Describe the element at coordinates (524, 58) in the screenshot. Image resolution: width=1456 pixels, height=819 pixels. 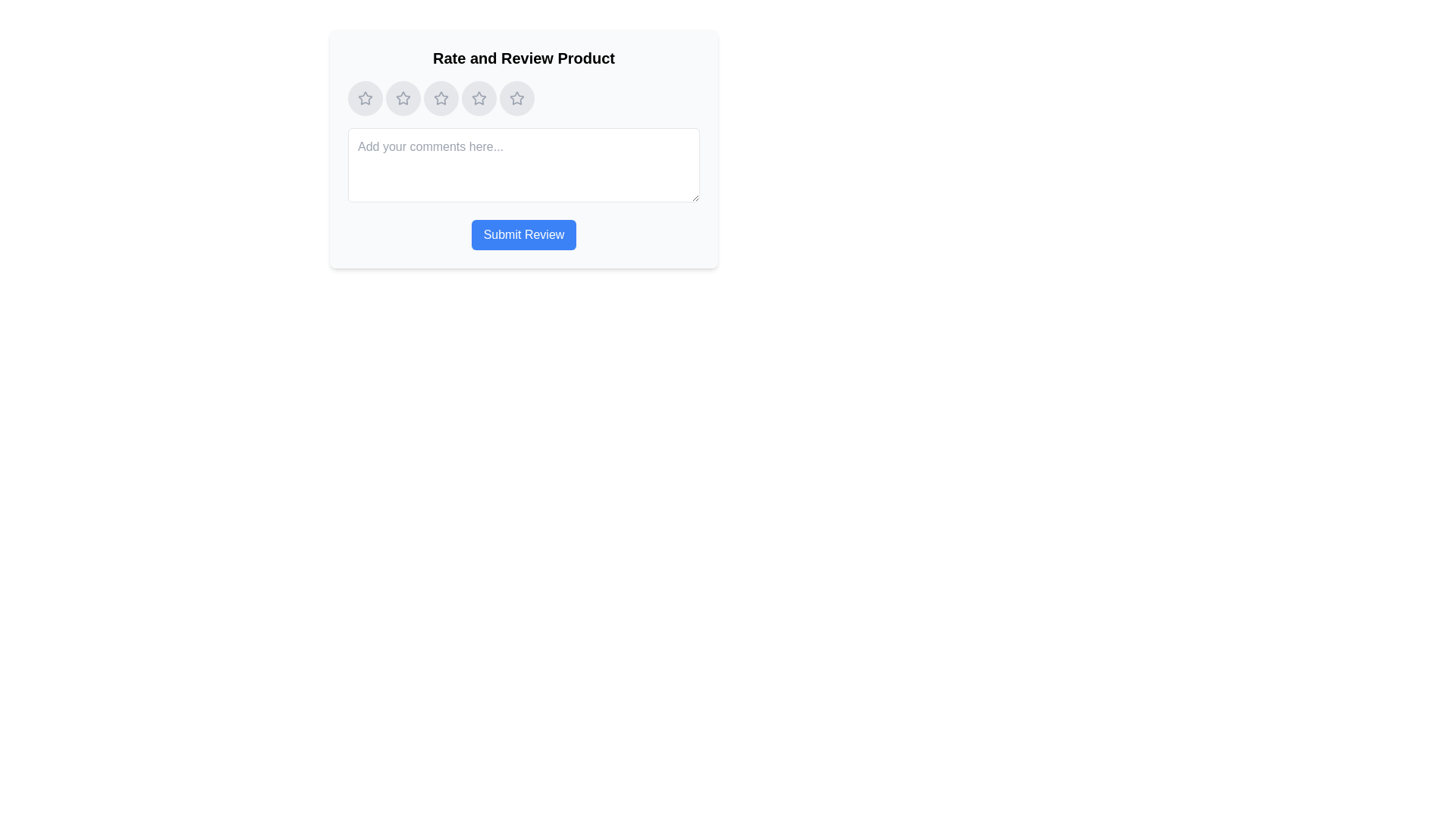
I see `the Textual Header that provides context and instruction for the section below, which enables the user to rate and review a product` at that location.